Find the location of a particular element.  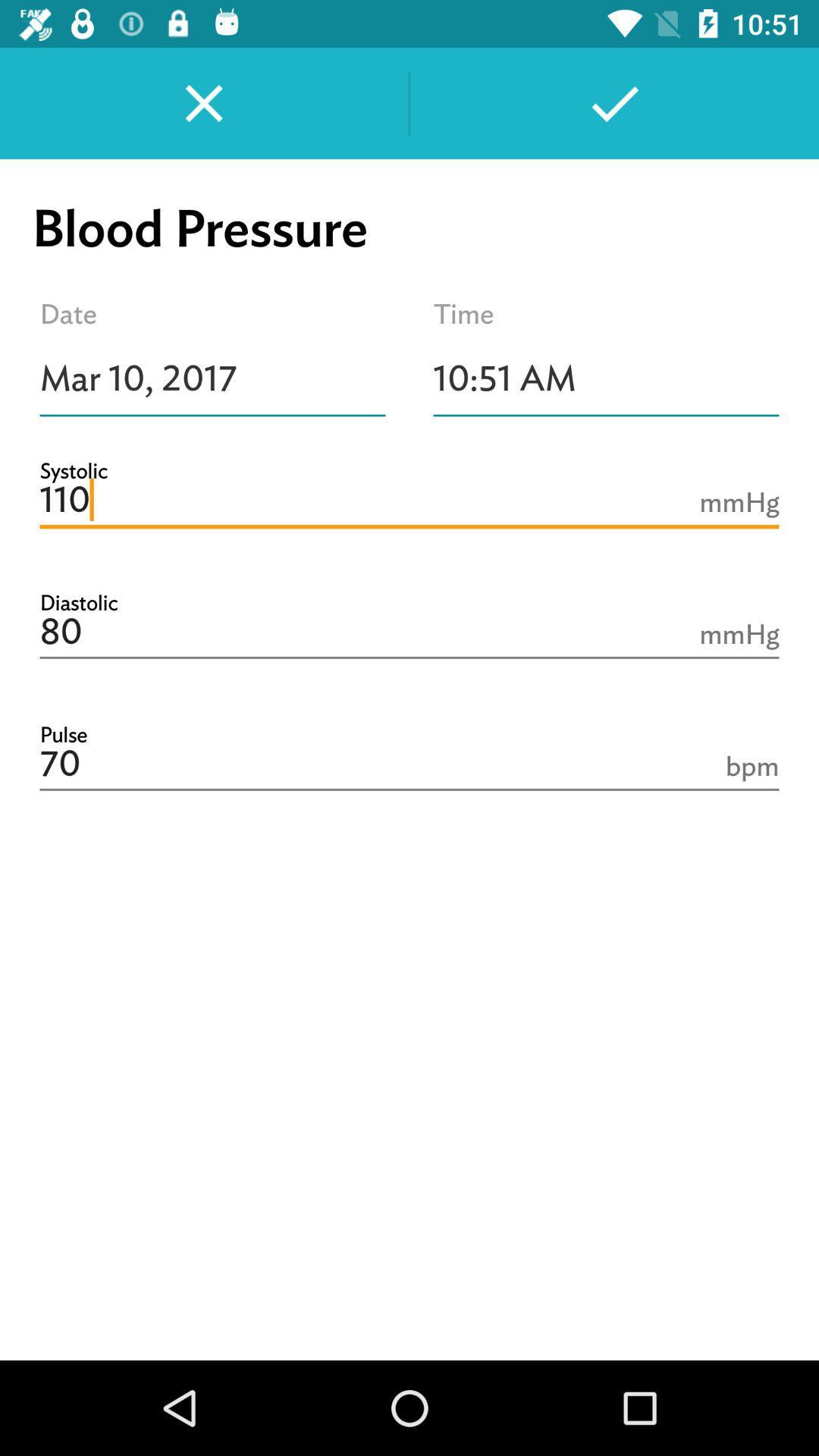

mar 10, 2017 is located at coordinates (212, 378).